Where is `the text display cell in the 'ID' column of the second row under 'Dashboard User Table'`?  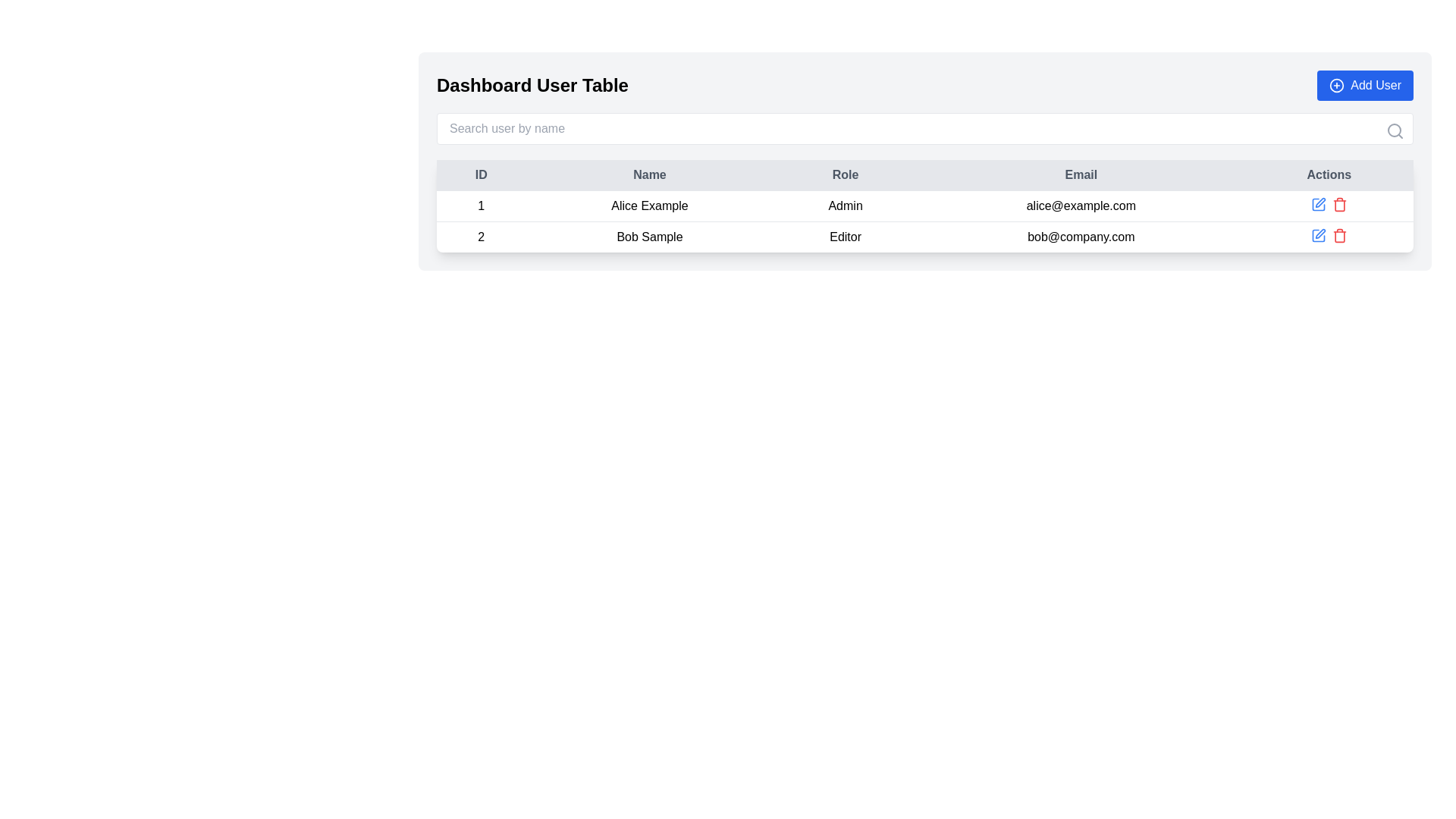 the text display cell in the 'ID' column of the second row under 'Dashboard User Table' is located at coordinates (480, 237).